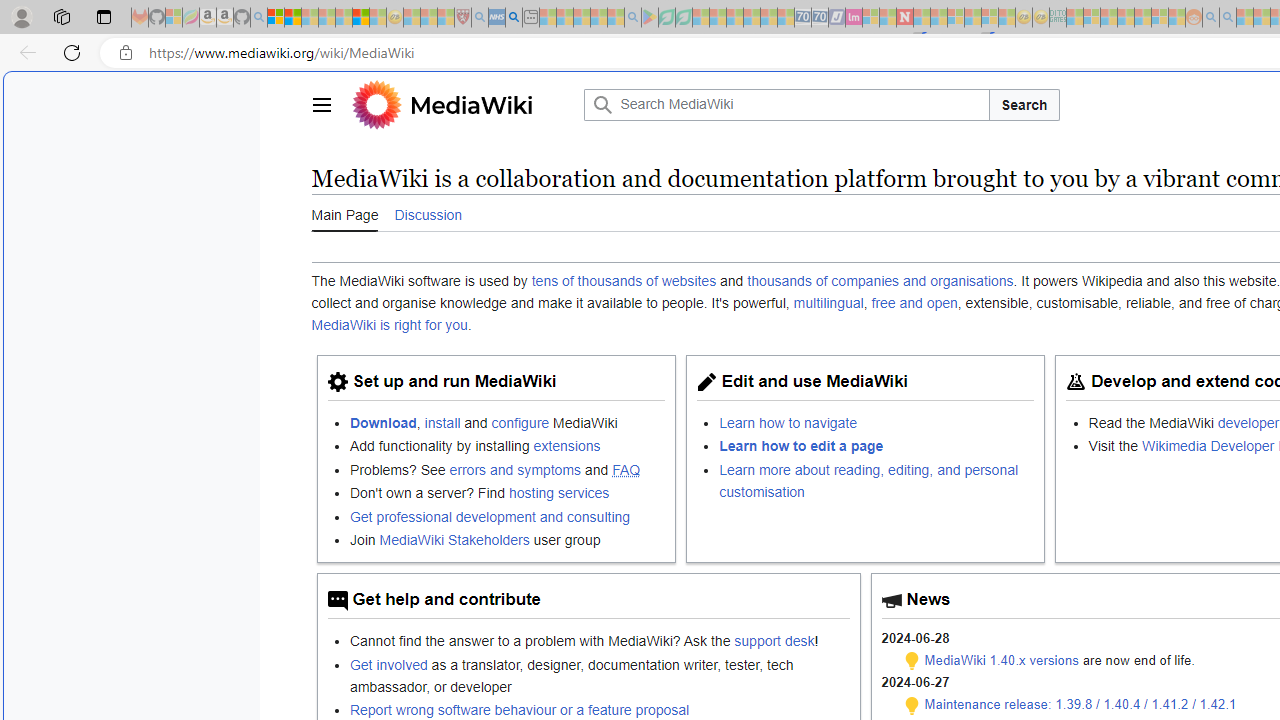 Image resolution: width=1280 pixels, height=720 pixels. I want to click on 'MediaWiki', so click(470, 104).